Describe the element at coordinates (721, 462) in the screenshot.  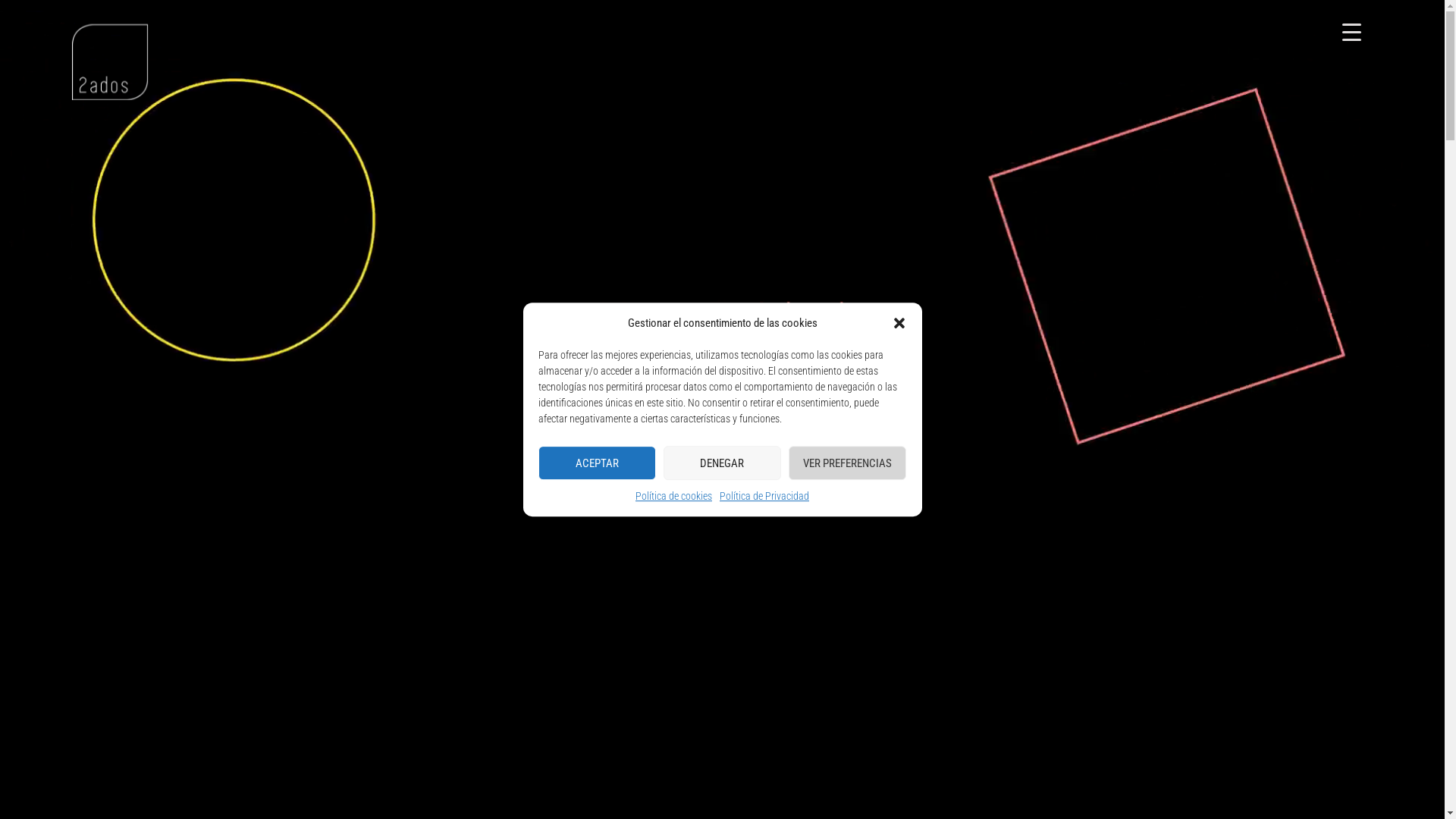
I see `'DENEGAR'` at that location.